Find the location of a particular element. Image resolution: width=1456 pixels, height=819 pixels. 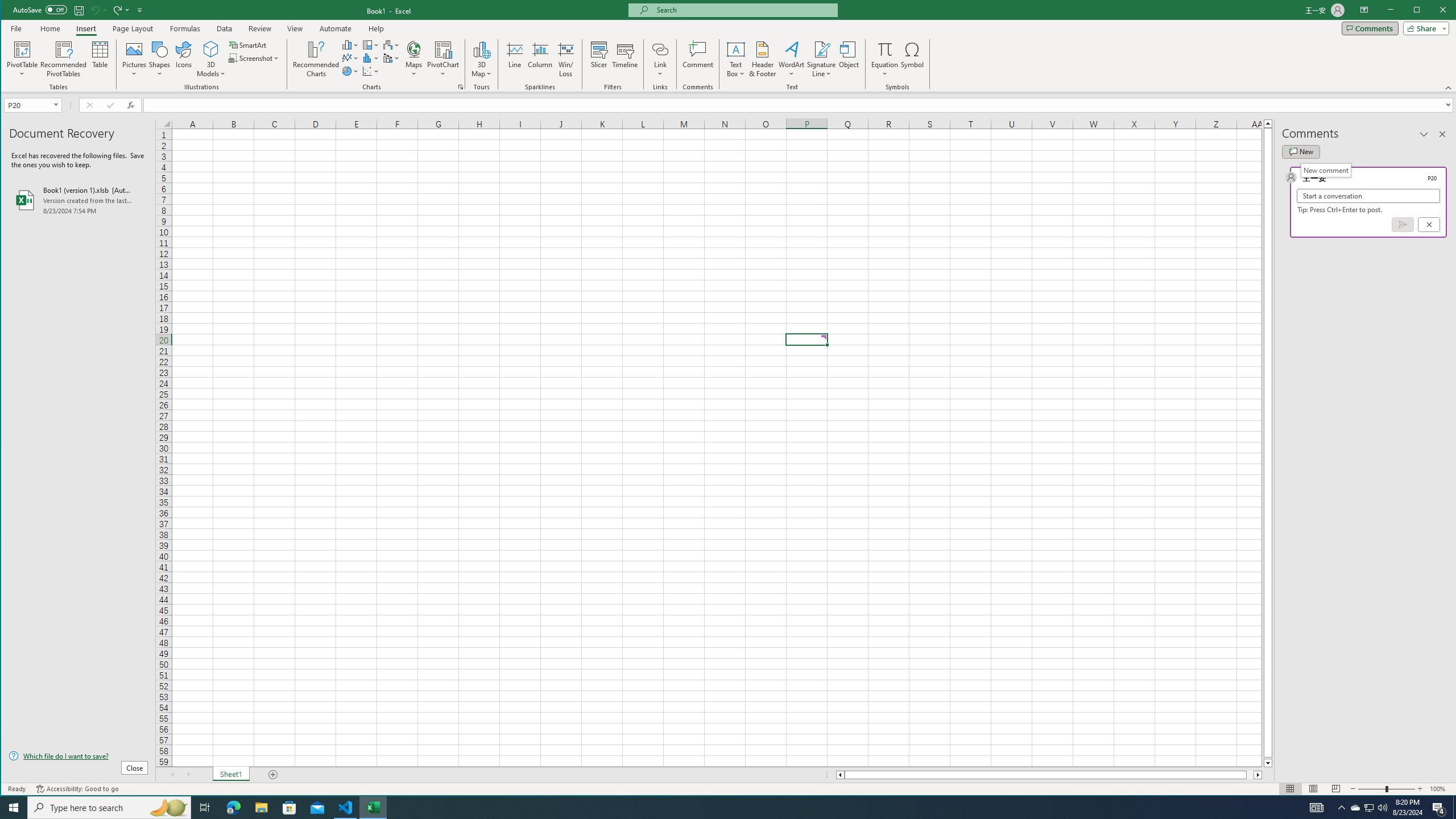

'View' is located at coordinates (294, 28).